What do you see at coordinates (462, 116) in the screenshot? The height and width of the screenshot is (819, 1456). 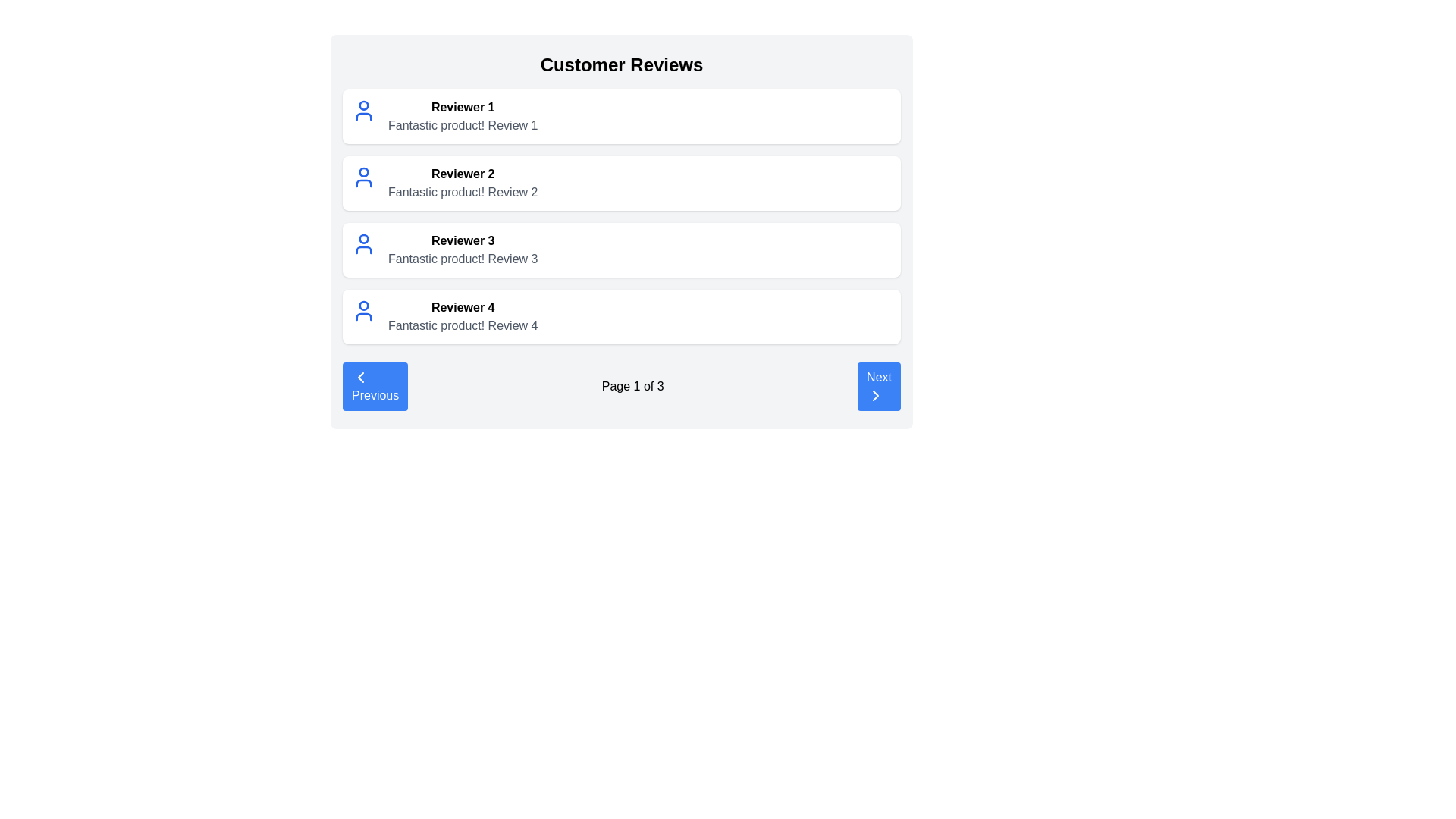 I see `the first review card in the Customer Reviews section that displays the reviewer's name and comments` at bounding box center [462, 116].